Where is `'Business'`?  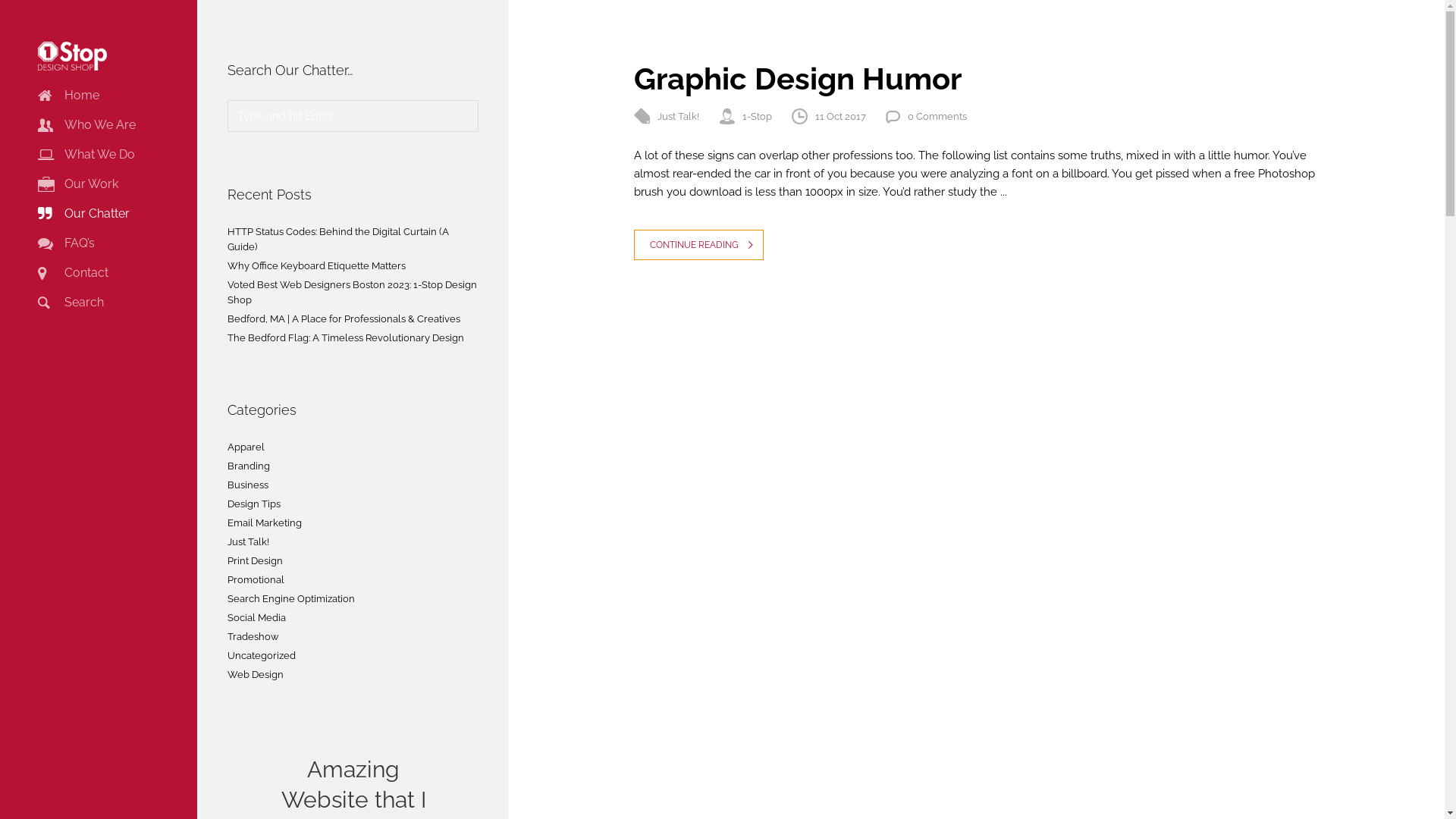 'Business' is located at coordinates (247, 485).